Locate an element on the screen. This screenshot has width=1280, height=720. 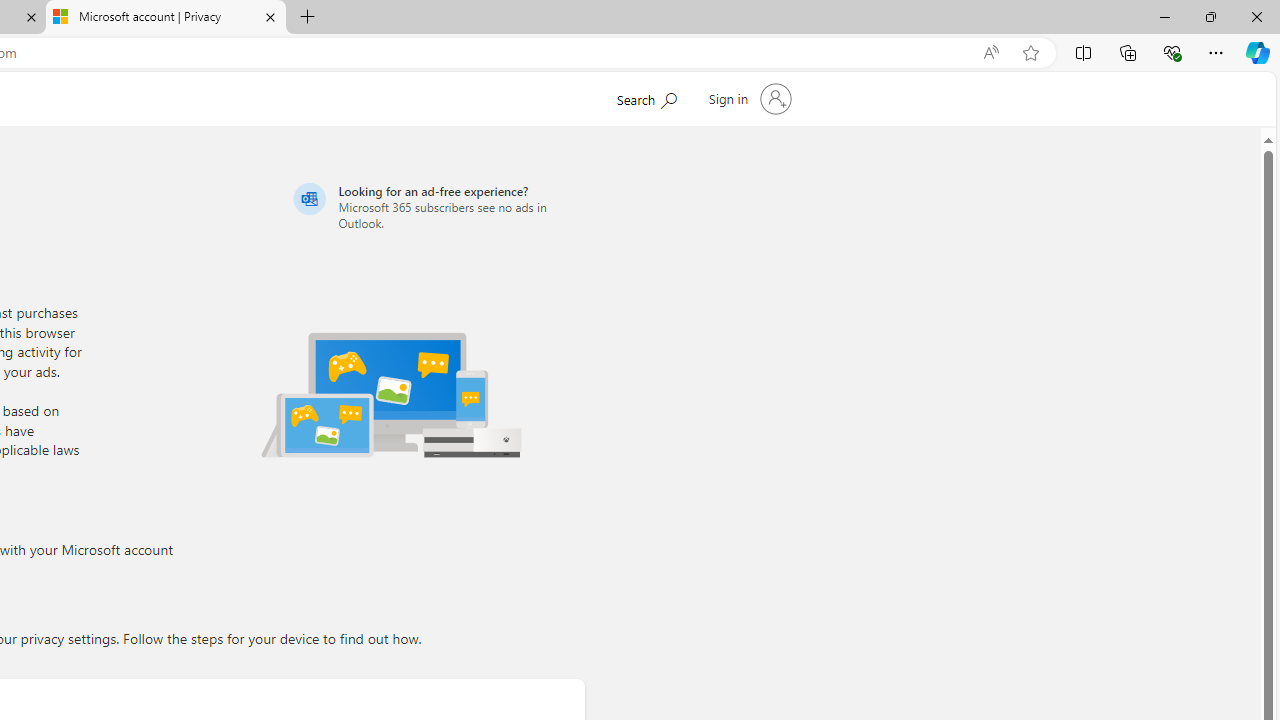
'Close tab' is located at coordinates (269, 17).